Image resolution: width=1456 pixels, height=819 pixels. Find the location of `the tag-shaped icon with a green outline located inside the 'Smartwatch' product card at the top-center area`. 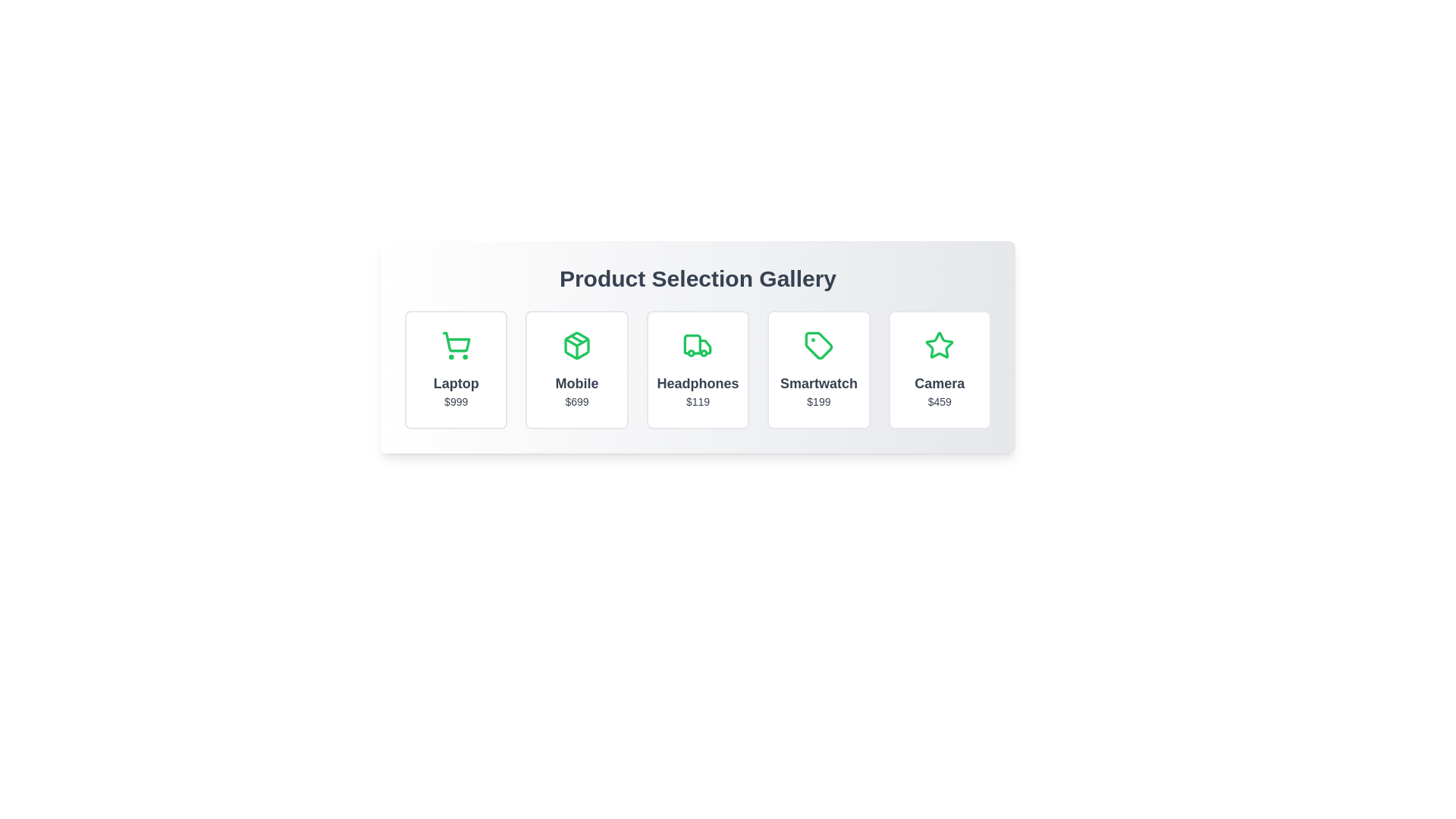

the tag-shaped icon with a green outline located inside the 'Smartwatch' product card at the top-center area is located at coordinates (817, 345).